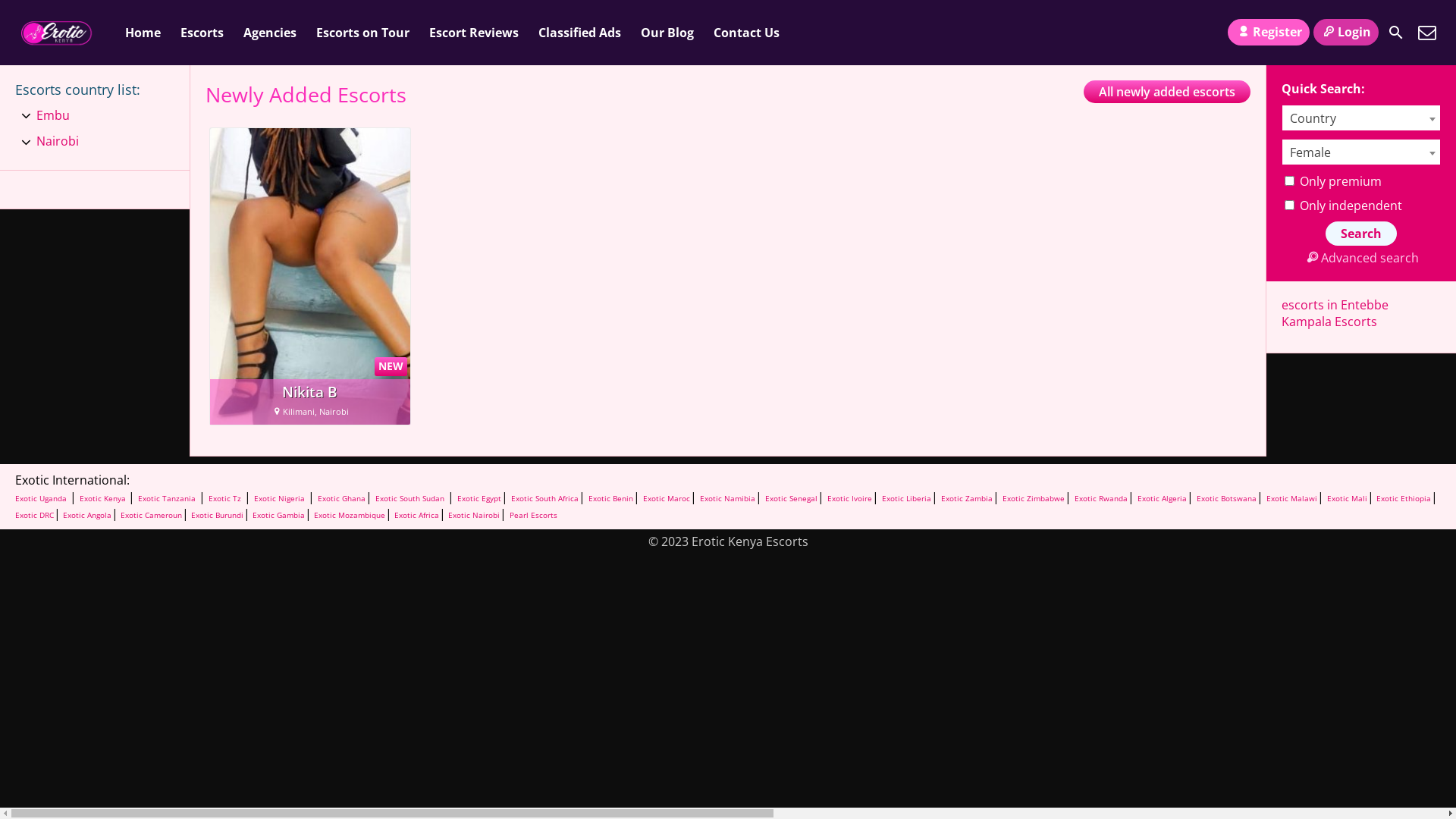 The width and height of the screenshot is (1456, 819). What do you see at coordinates (906, 497) in the screenshot?
I see `'Exotic Liberia'` at bounding box center [906, 497].